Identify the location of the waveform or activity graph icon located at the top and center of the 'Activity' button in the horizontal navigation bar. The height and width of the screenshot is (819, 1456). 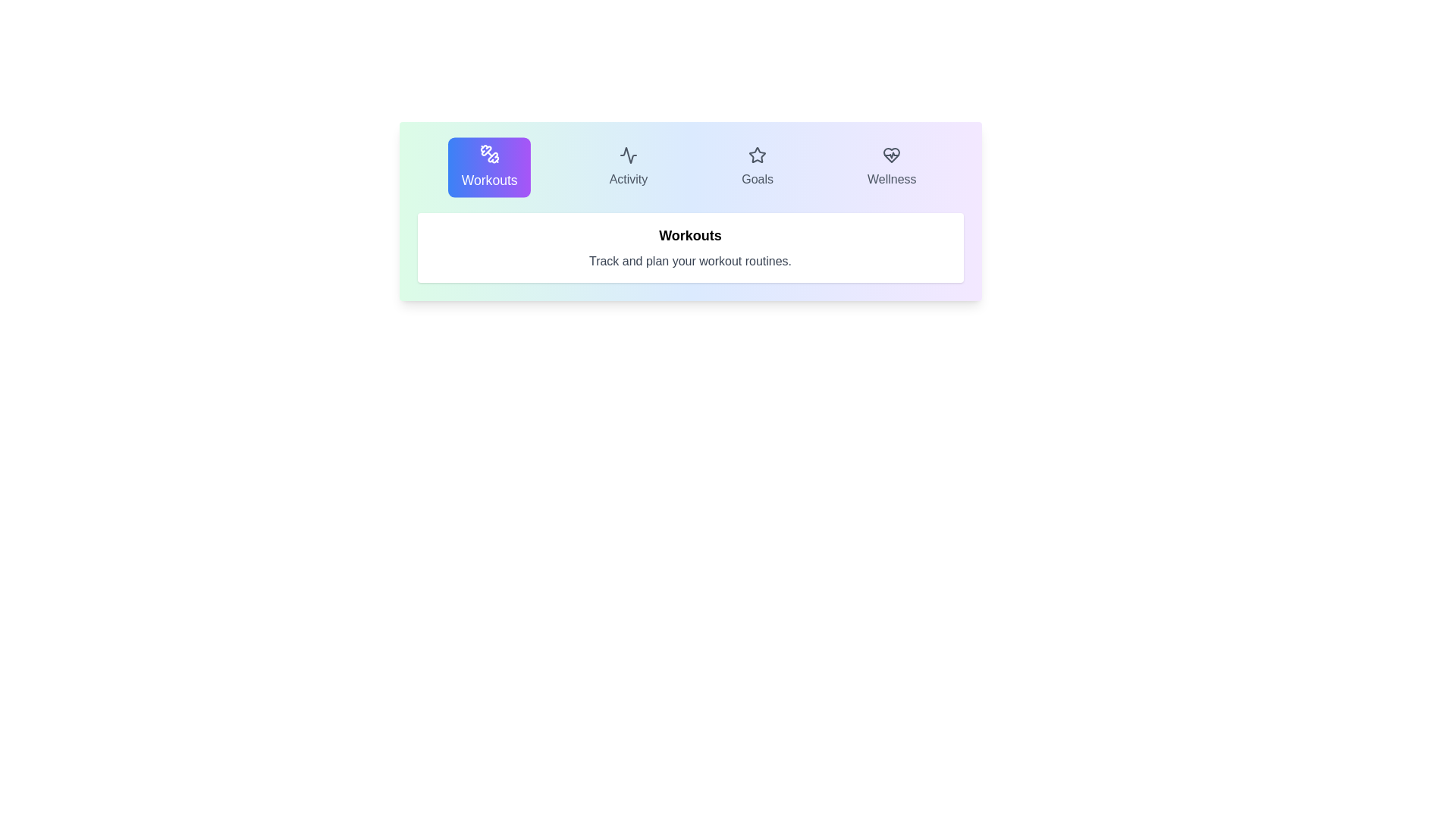
(629, 155).